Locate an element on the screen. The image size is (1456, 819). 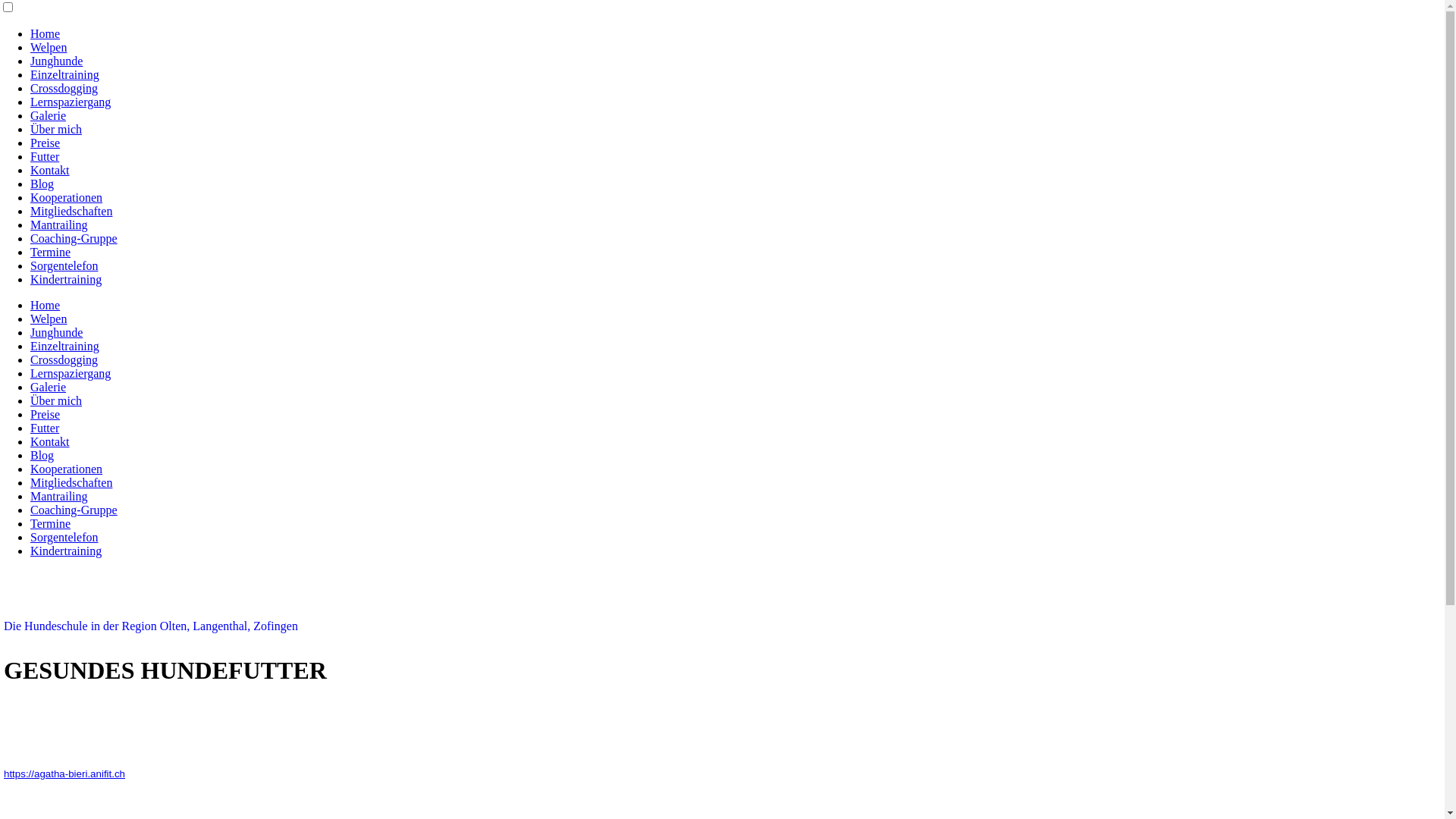
'https://agatha-bieri.anifit.ch' is located at coordinates (64, 773).